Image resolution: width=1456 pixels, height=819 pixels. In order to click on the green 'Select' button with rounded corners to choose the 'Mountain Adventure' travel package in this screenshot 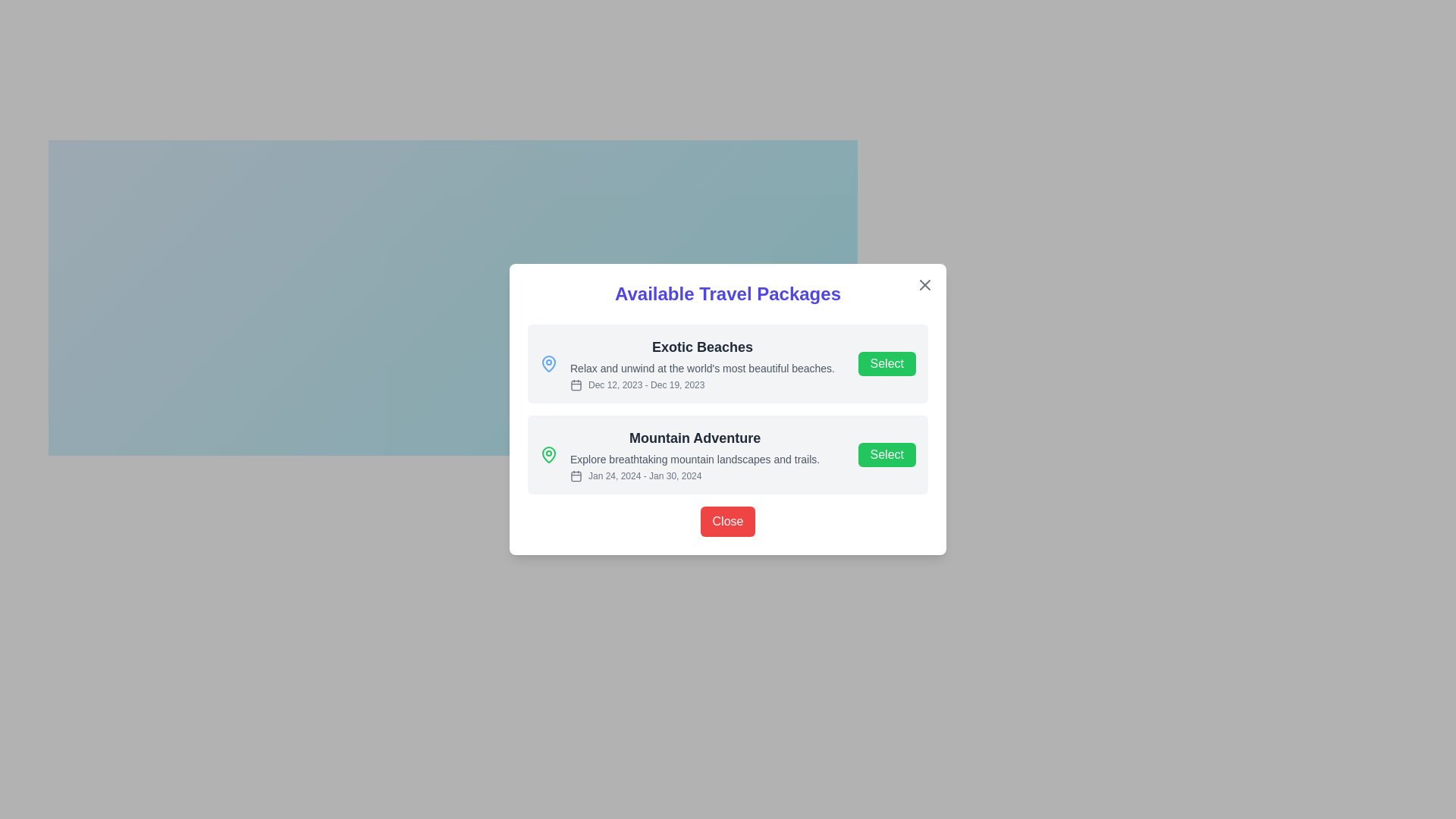, I will do `click(886, 454)`.